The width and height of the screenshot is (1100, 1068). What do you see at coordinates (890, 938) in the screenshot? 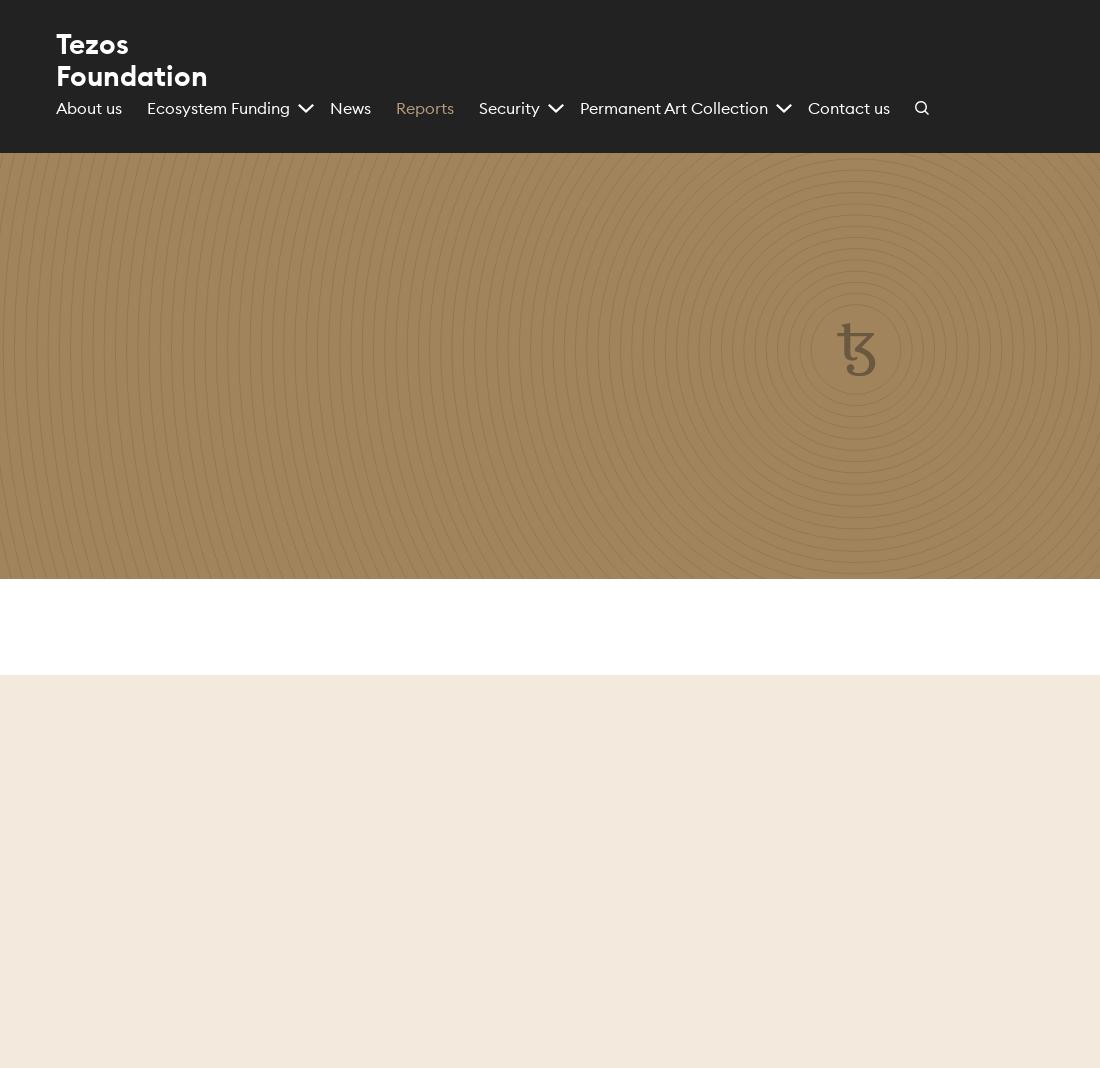
I see `'The Tezos ecosystem experienced consistent growth in daily active wallets with the total number of wallets surpassing 4.5 million. The ecosystem also witnessed a notable increase in Total Value Locked (TVL) both in XTZ and USD.'` at bounding box center [890, 938].